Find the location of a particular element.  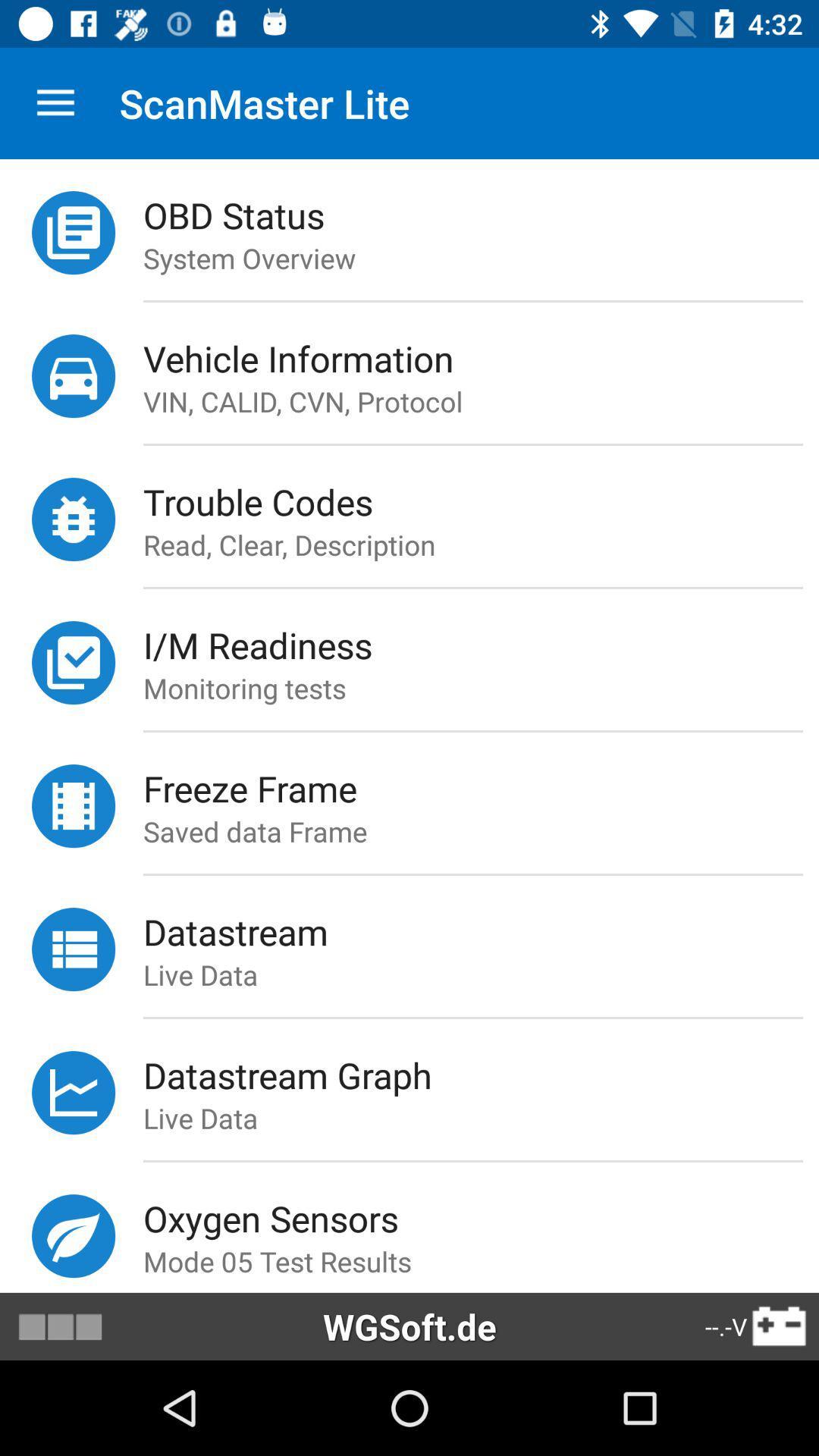

system overview icon is located at coordinates (481, 258).